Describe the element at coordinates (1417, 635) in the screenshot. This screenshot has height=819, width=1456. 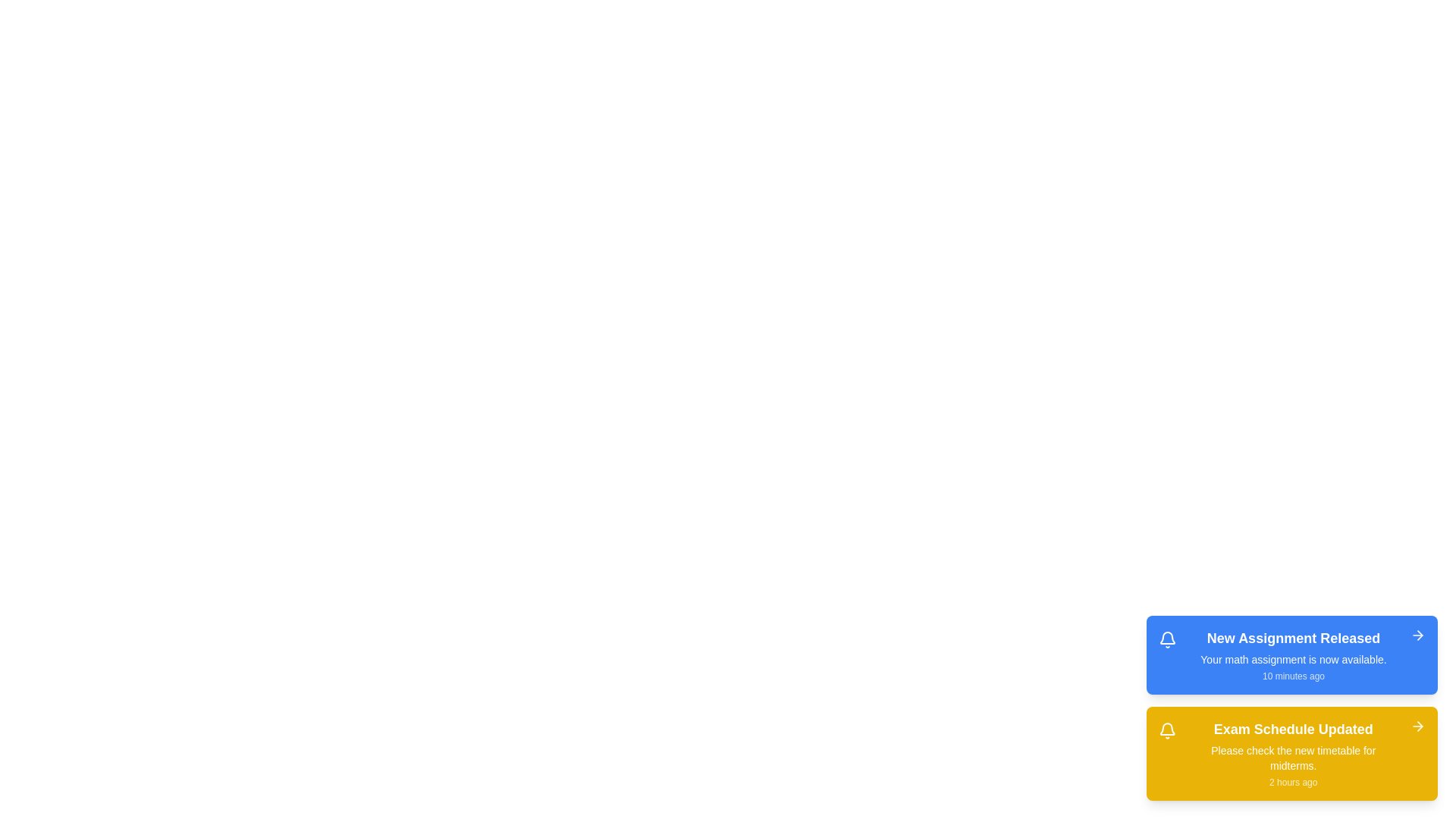
I see `the right arrow button of the alert to dismiss it` at that location.